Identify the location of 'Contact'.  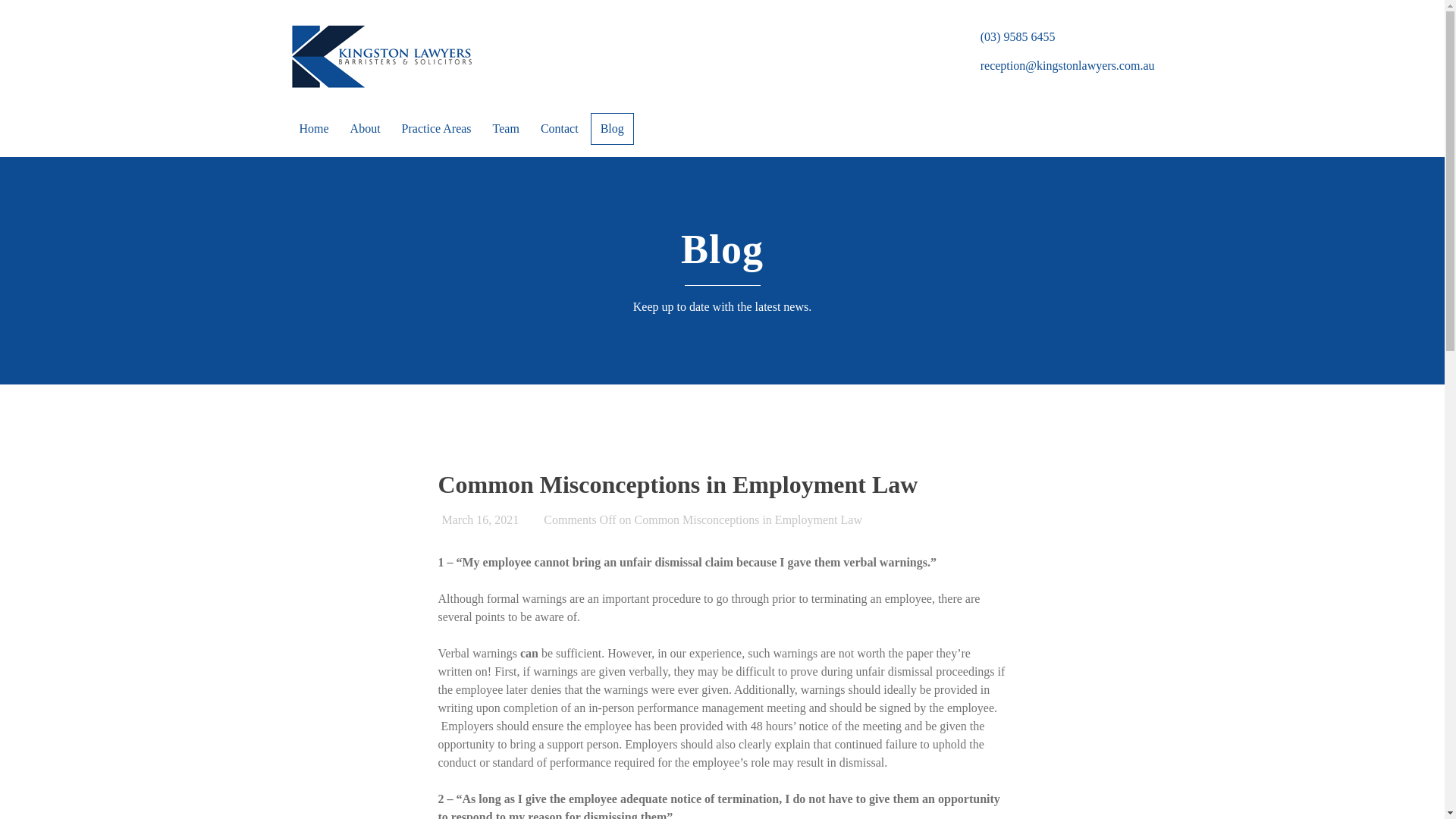
(559, 127).